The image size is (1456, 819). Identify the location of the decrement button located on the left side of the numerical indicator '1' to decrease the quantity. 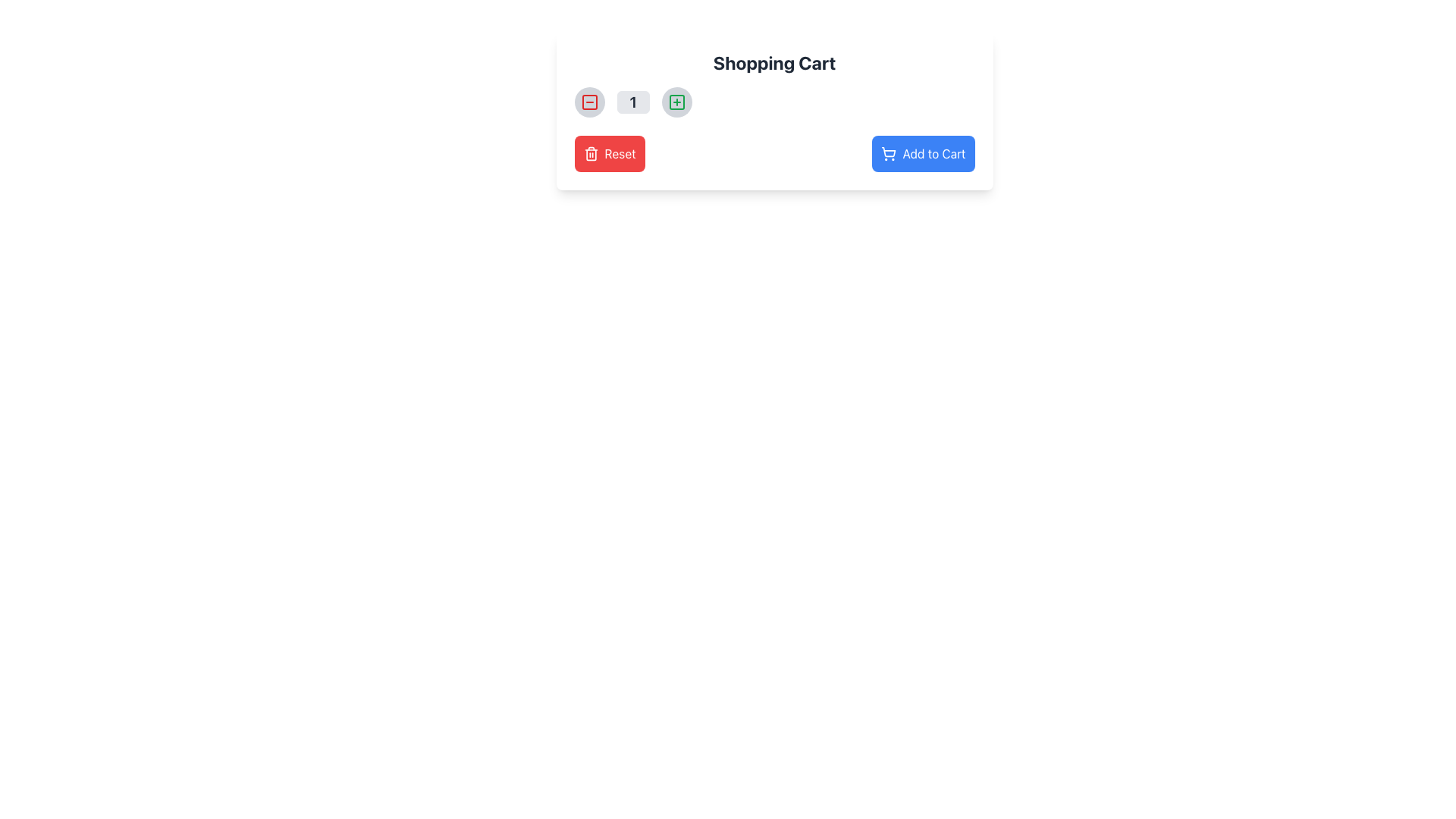
(588, 102).